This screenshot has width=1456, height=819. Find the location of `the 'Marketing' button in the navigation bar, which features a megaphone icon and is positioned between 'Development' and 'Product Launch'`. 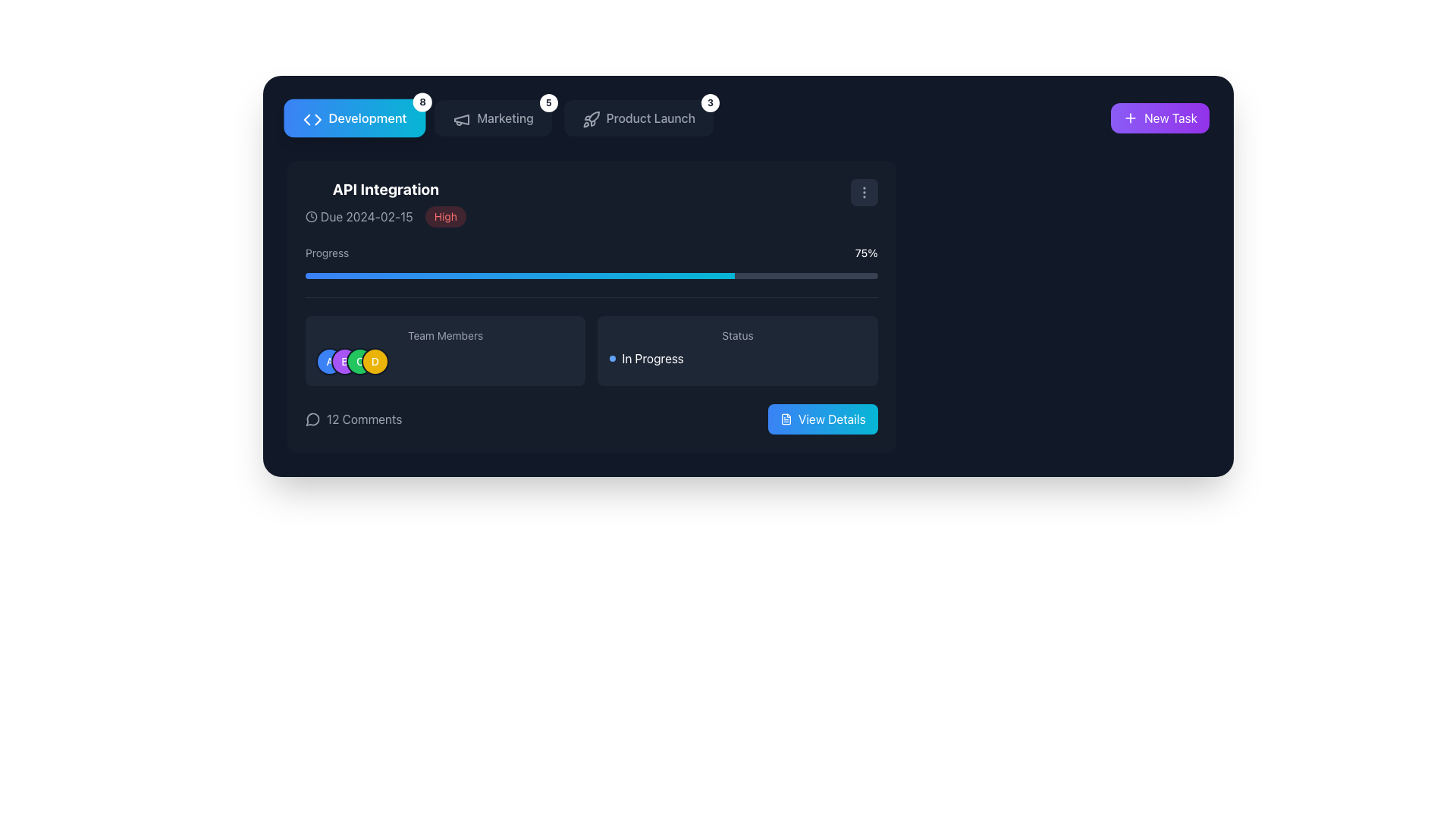

the 'Marketing' button in the navigation bar, which features a megaphone icon and is positioned between 'Development' and 'Product Launch' is located at coordinates (500, 117).